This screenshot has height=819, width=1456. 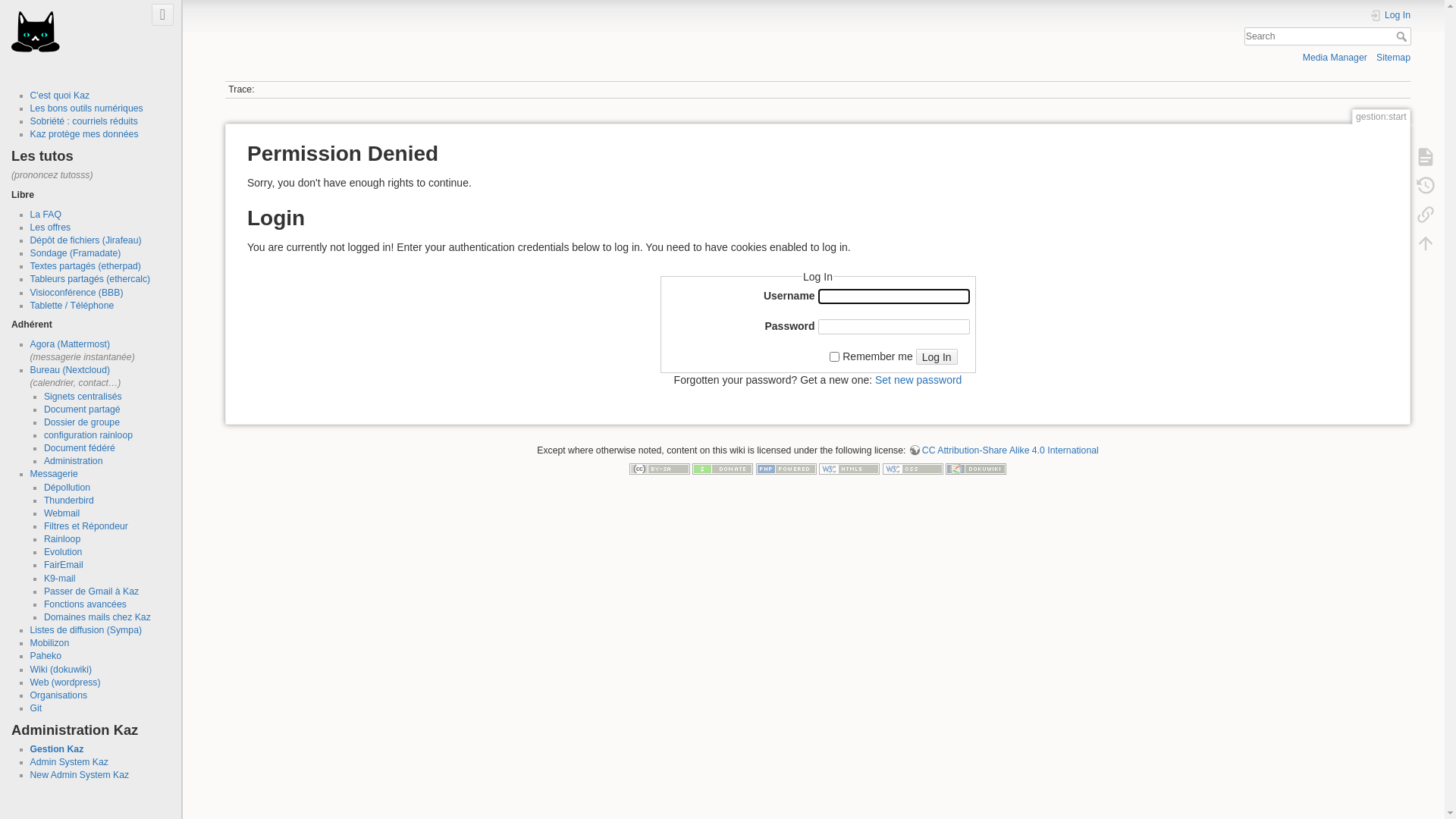 I want to click on 'Admin System Kaz', so click(x=68, y=762).